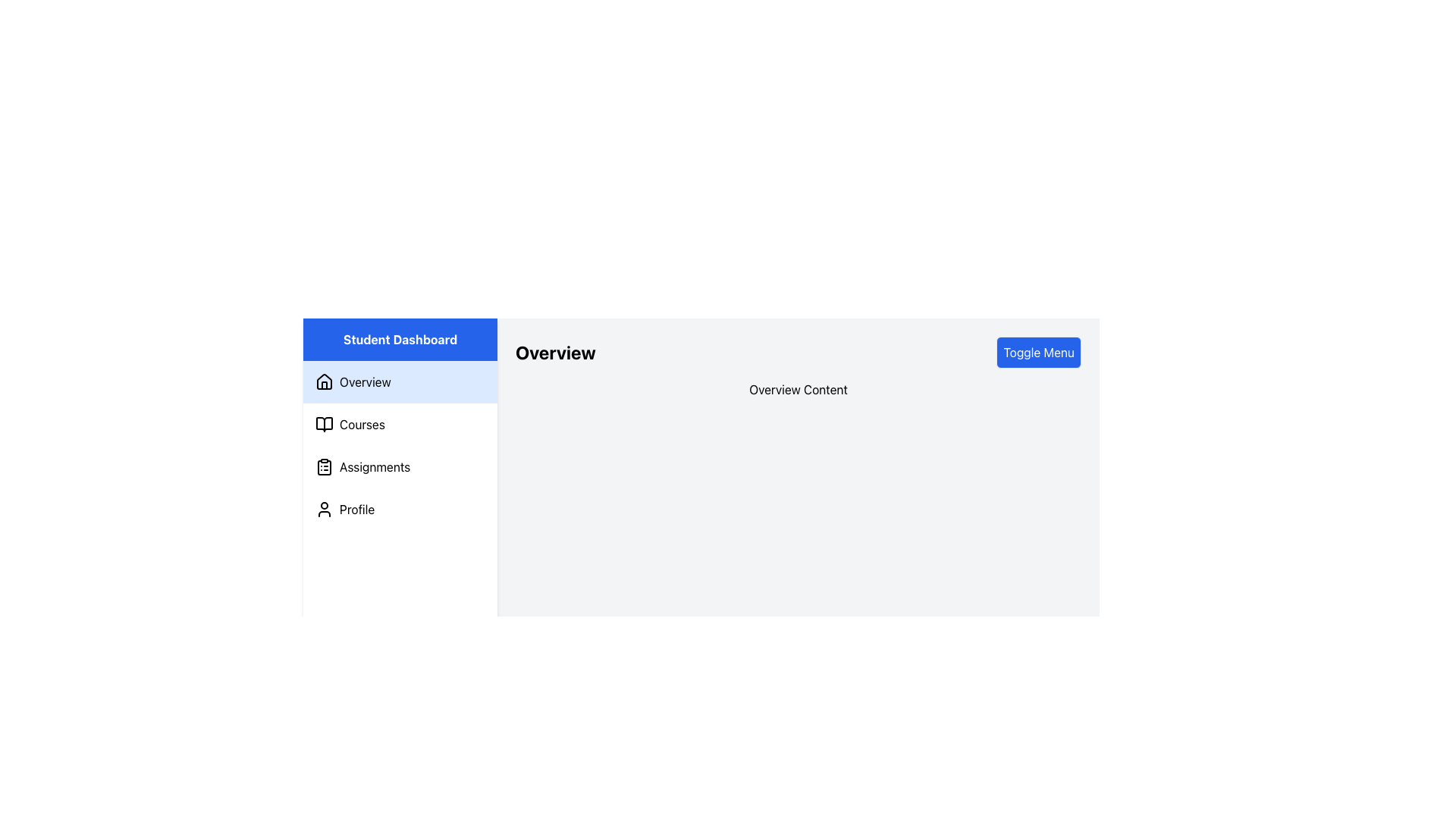 This screenshot has height=819, width=1456. What do you see at coordinates (400, 466) in the screenshot?
I see `the 'Assignments' menu item in the vertical navigation bar` at bounding box center [400, 466].